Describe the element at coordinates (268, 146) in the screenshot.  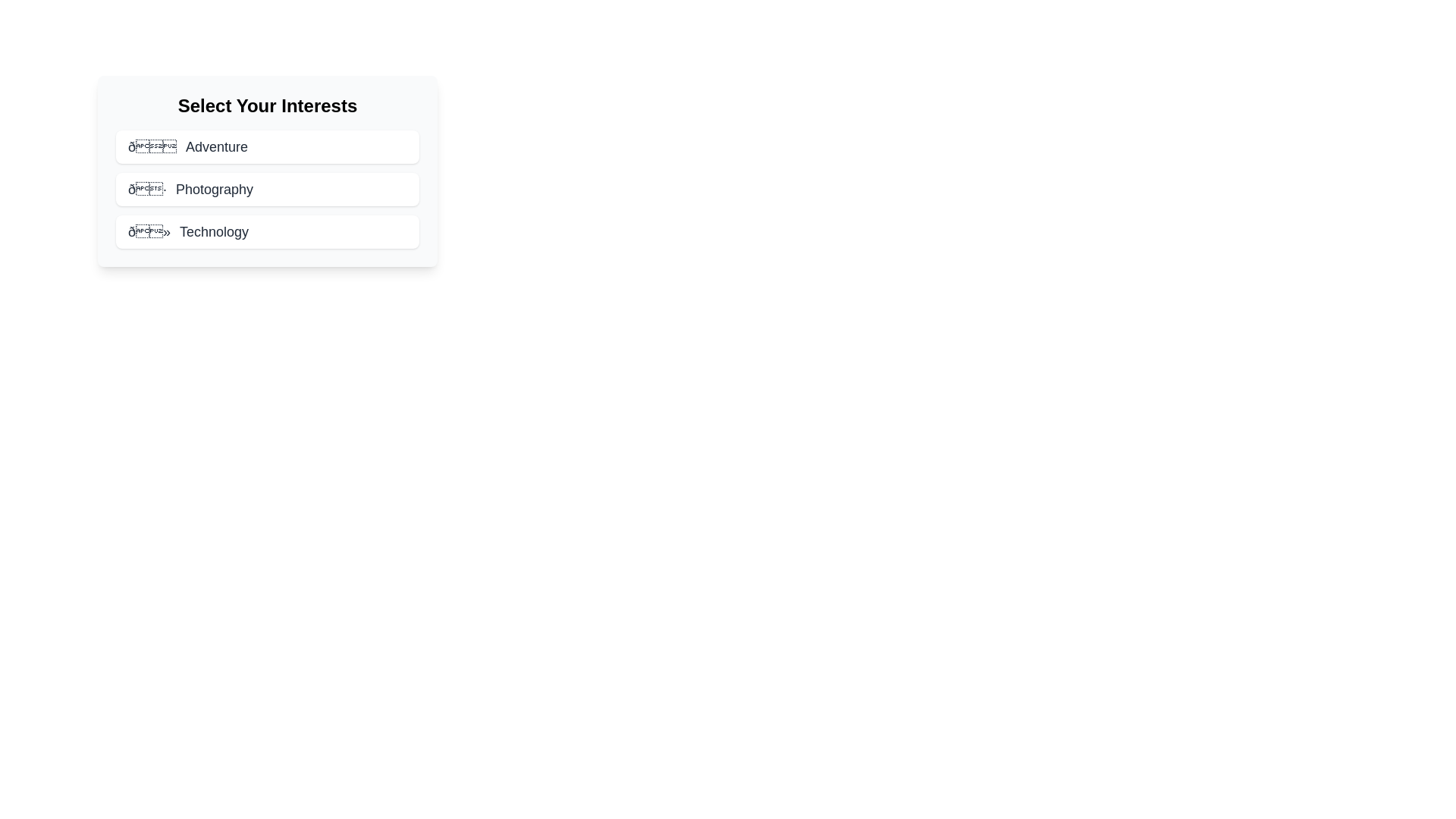
I see `the tag Adventure` at that location.